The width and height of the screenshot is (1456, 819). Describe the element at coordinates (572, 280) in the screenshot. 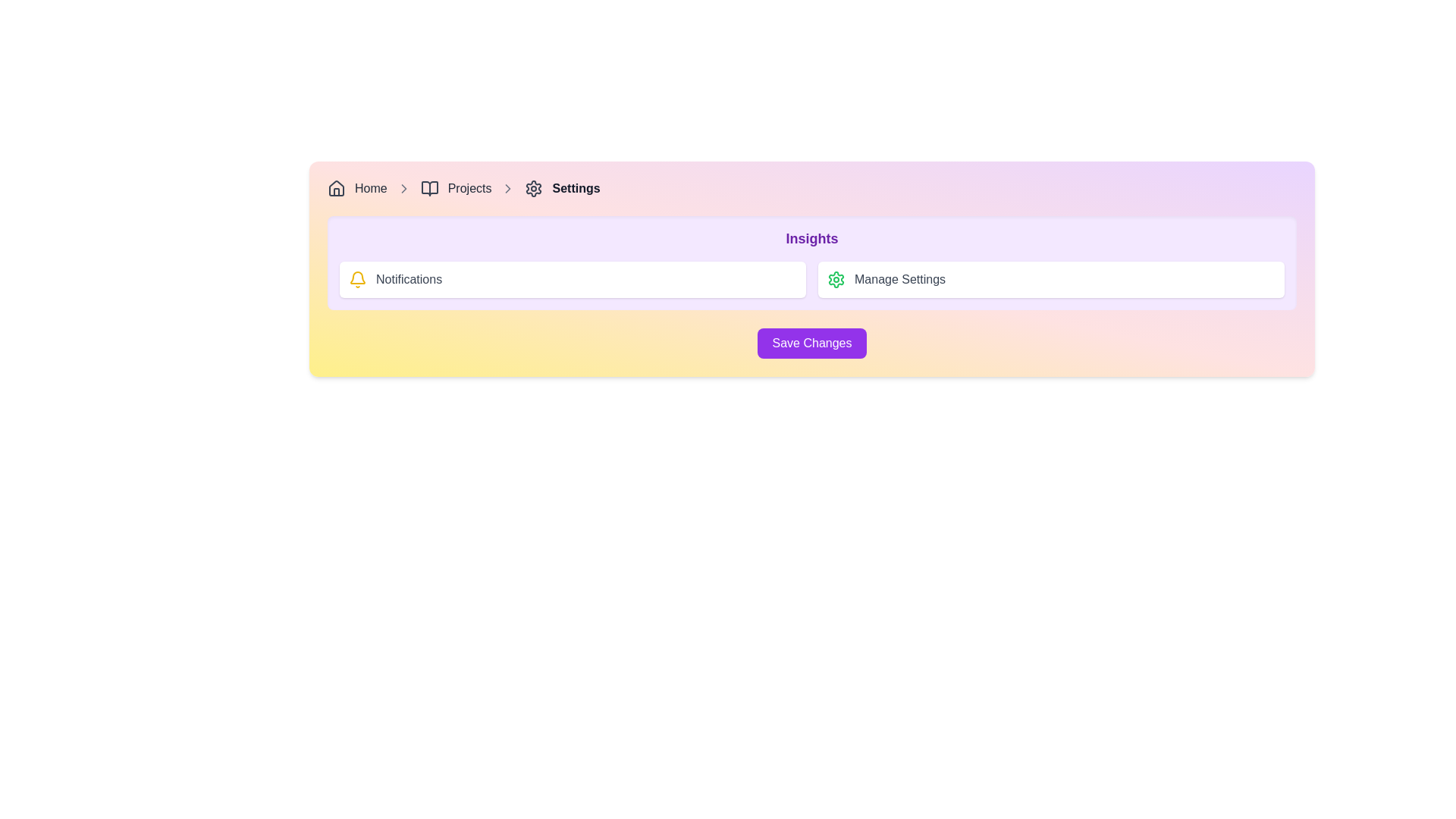

I see `the leftmost informational card in the 'Insights' panel that denotes the 'Notifications' section` at that location.